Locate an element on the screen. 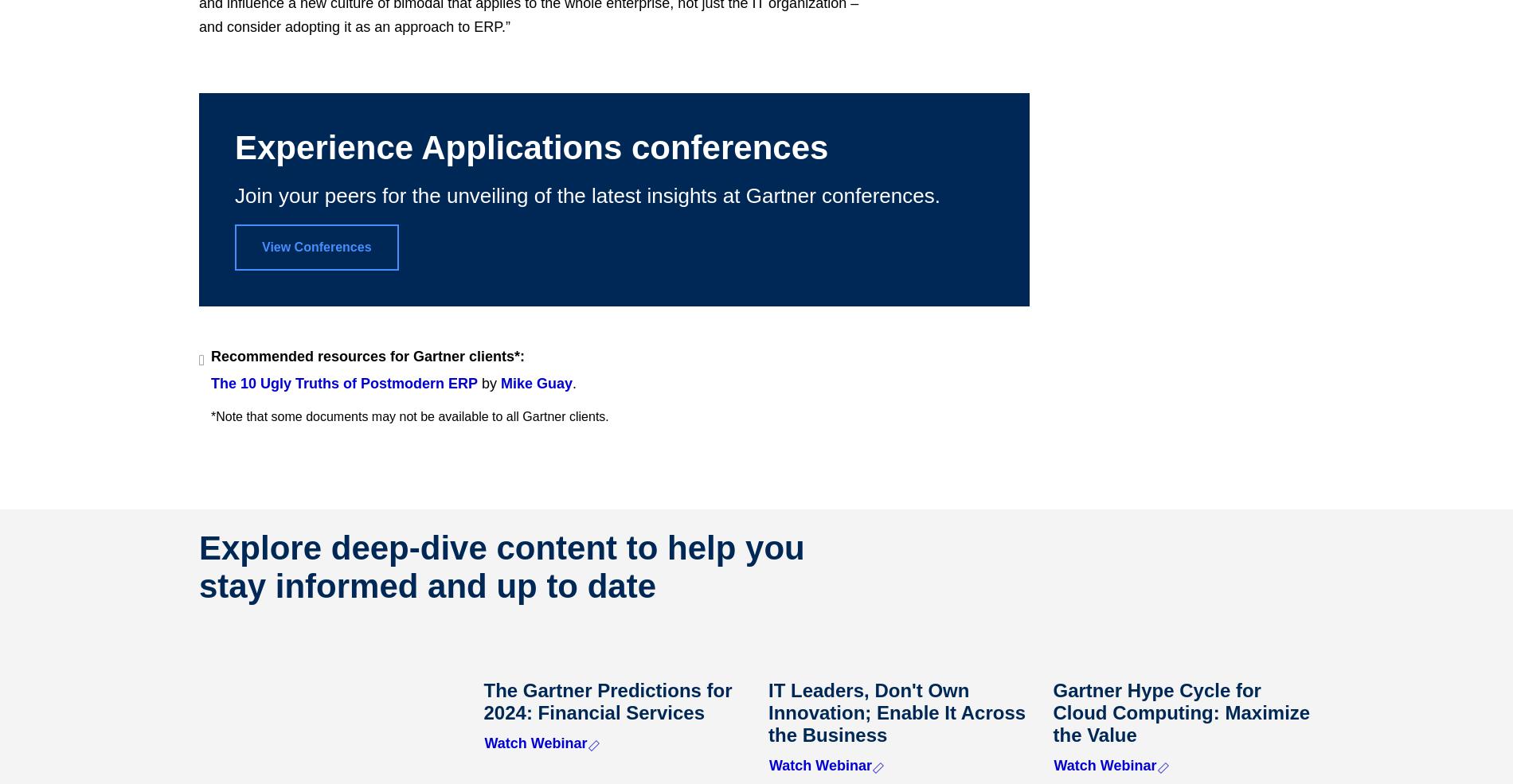 This screenshot has height=784, width=1513. 'Gartner Hype Cycle for Cloud Computing: Maximize the Value' is located at coordinates (1181, 712).